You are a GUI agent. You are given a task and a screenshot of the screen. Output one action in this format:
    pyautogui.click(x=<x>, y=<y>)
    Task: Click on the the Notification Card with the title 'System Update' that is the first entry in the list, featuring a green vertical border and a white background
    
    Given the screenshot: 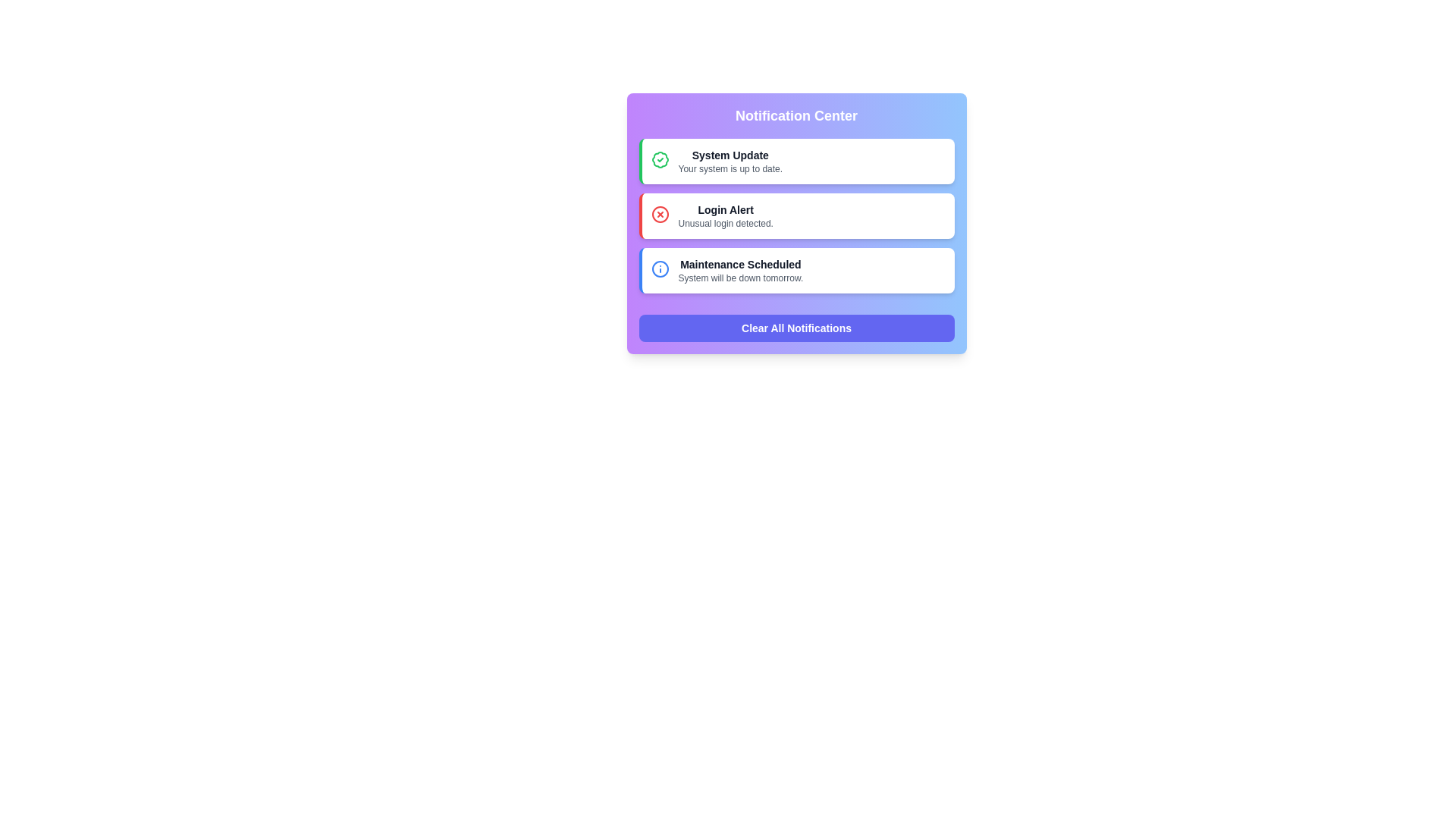 What is the action you would take?
    pyautogui.click(x=795, y=161)
    